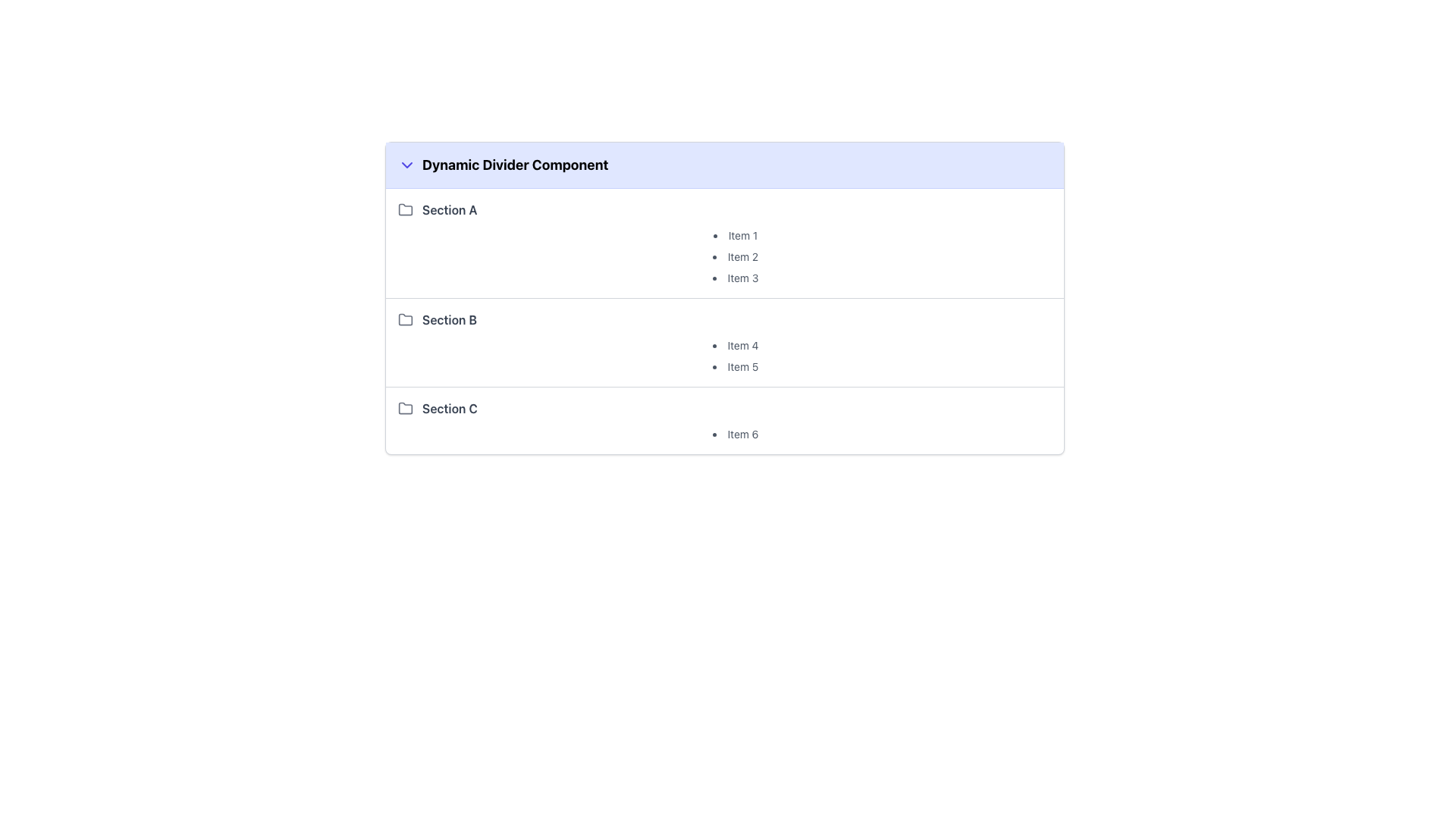 Image resolution: width=1456 pixels, height=819 pixels. Describe the element at coordinates (405, 406) in the screenshot. I see `the grayscale folder icon located next to the text 'Section C' in the third position of the structured list` at that location.